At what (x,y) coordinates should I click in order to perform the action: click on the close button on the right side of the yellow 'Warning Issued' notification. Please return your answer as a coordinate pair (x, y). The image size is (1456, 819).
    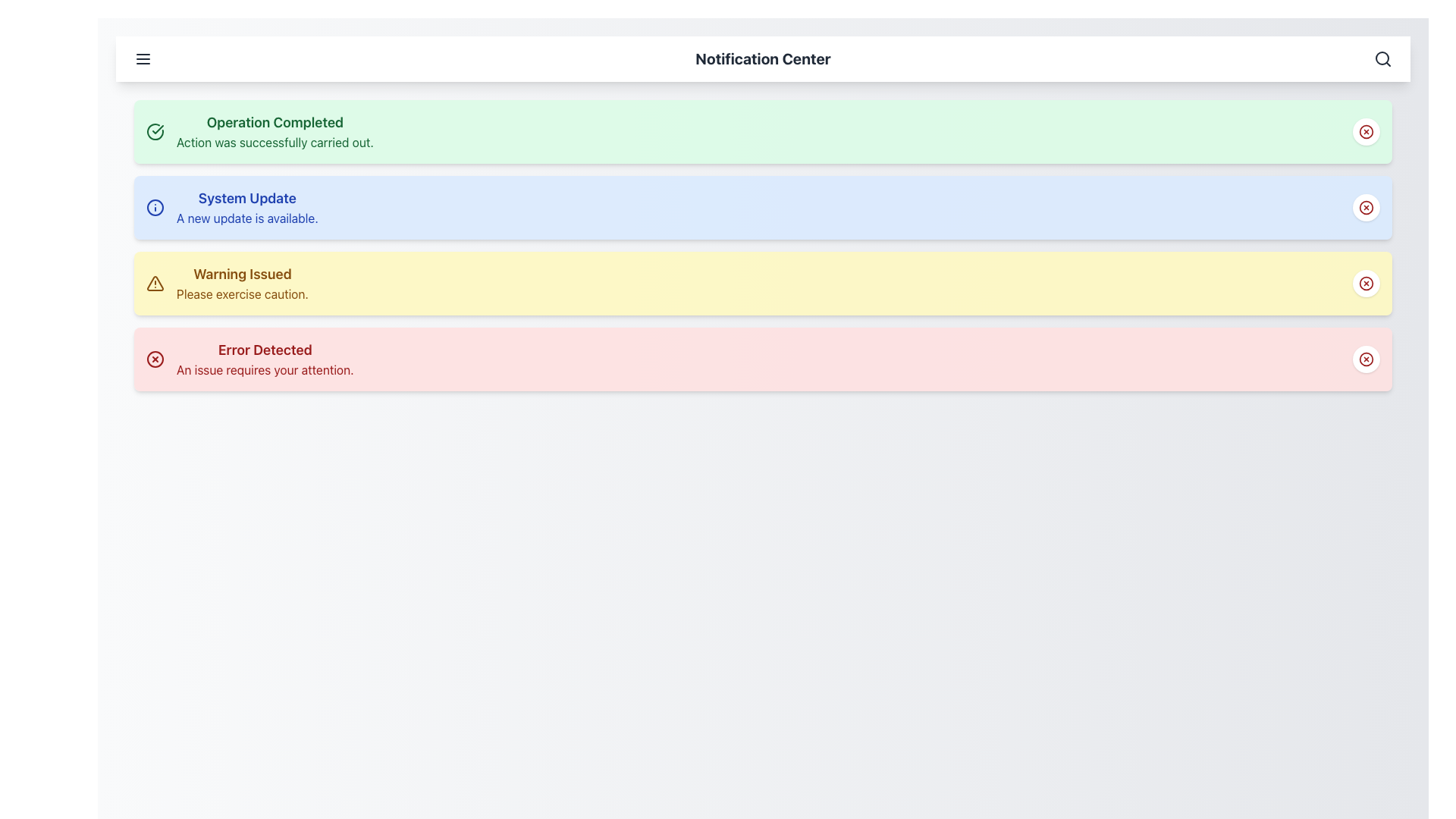
    Looking at the image, I should click on (1366, 284).